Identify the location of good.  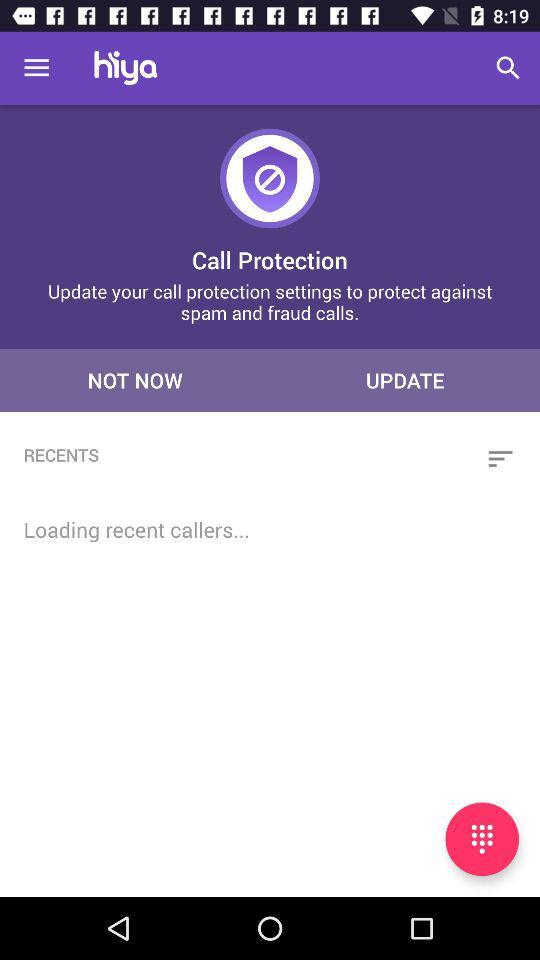
(481, 839).